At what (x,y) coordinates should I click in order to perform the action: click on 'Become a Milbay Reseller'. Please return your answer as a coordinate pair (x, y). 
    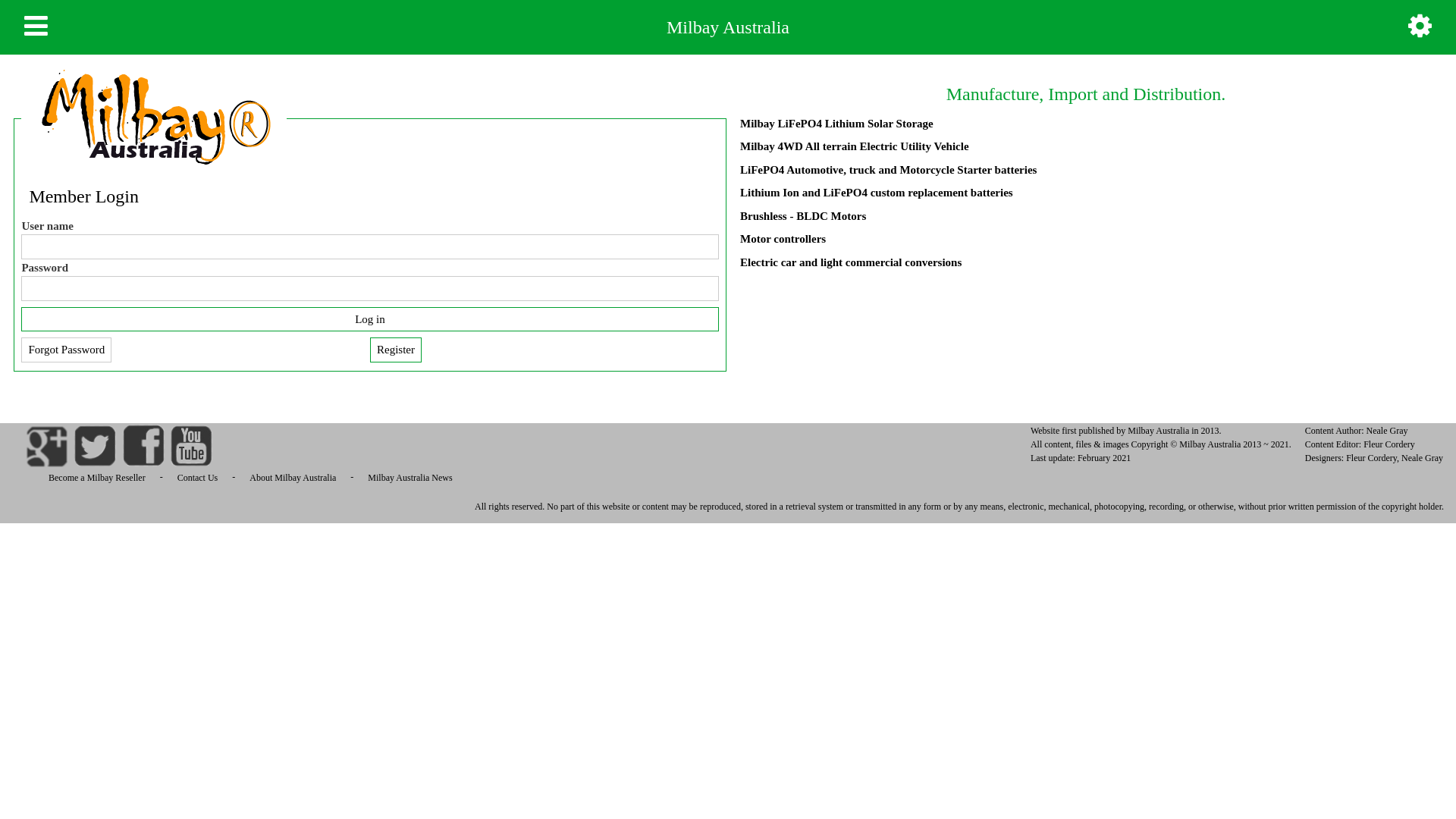
    Looking at the image, I should click on (36, 476).